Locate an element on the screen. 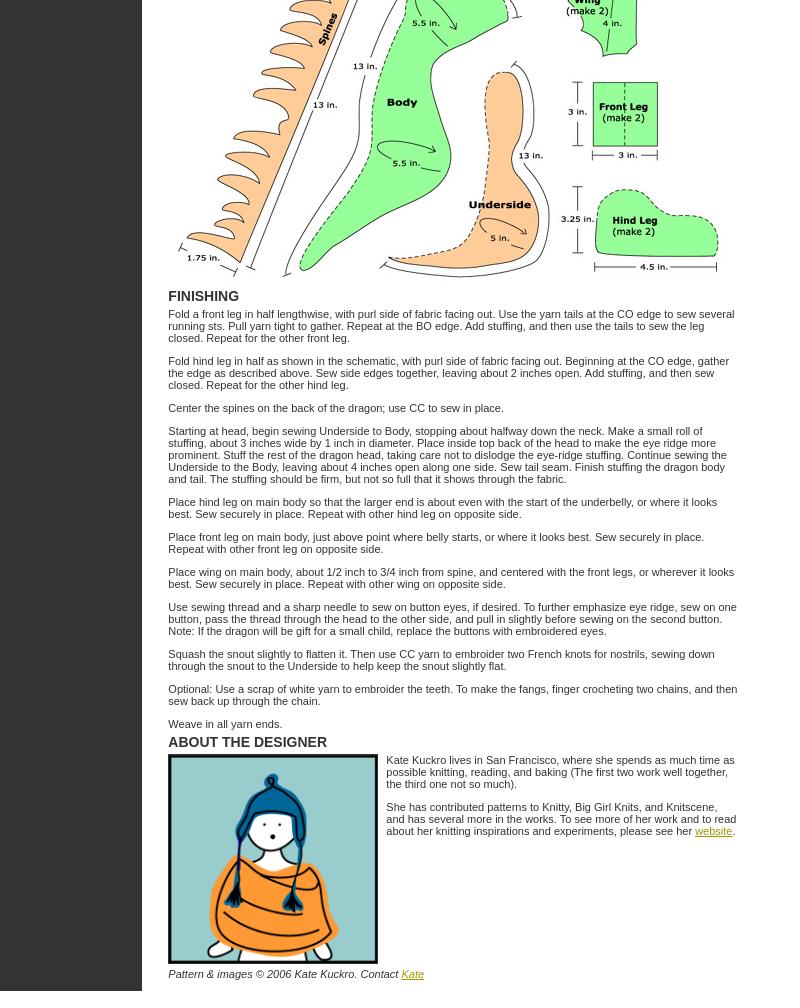 The width and height of the screenshot is (800, 1008). '.' is located at coordinates (732, 830).